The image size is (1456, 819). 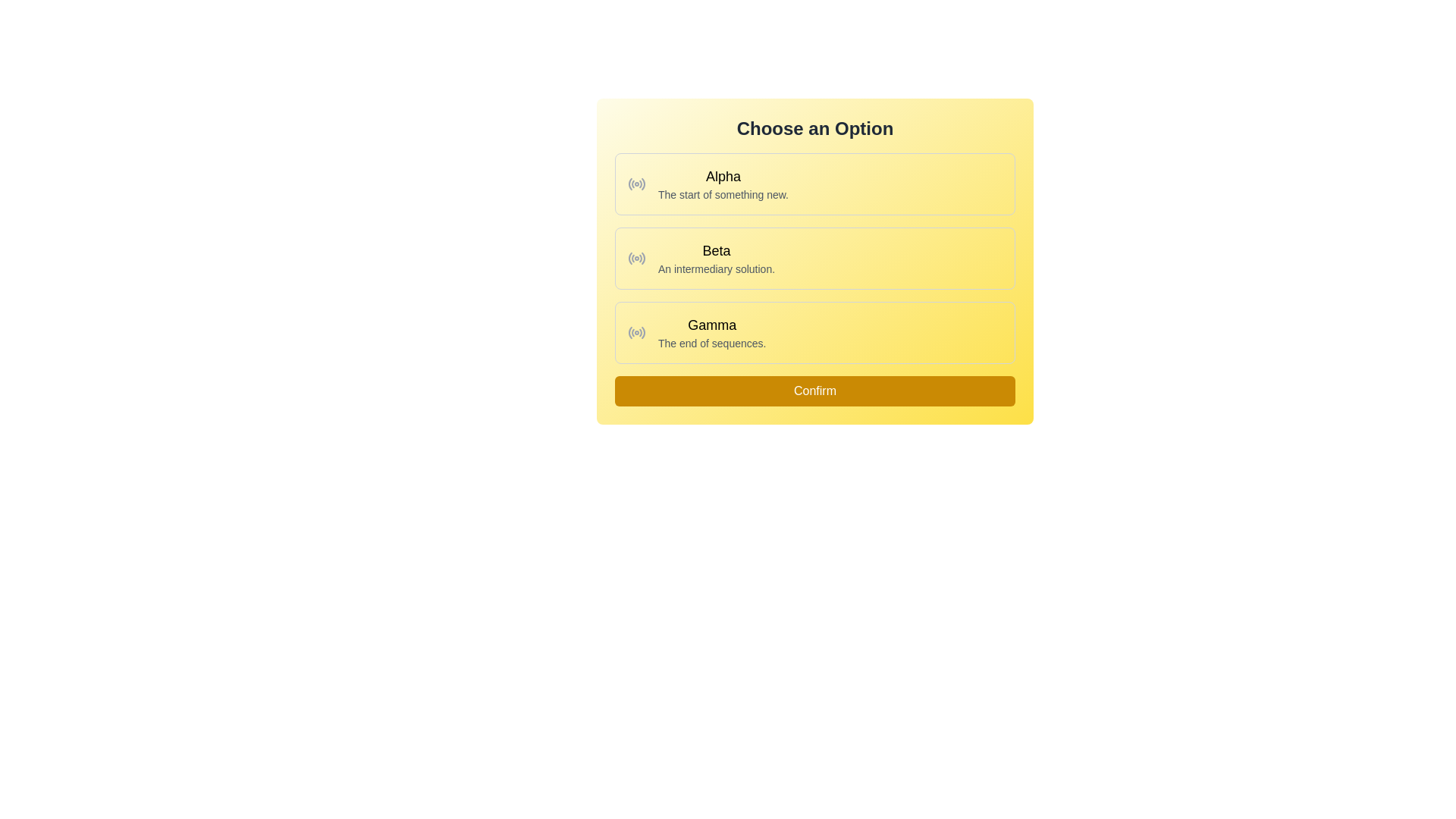 What do you see at coordinates (814, 260) in the screenshot?
I see `the radio button next to the 'Beta' option in the selectable list` at bounding box center [814, 260].